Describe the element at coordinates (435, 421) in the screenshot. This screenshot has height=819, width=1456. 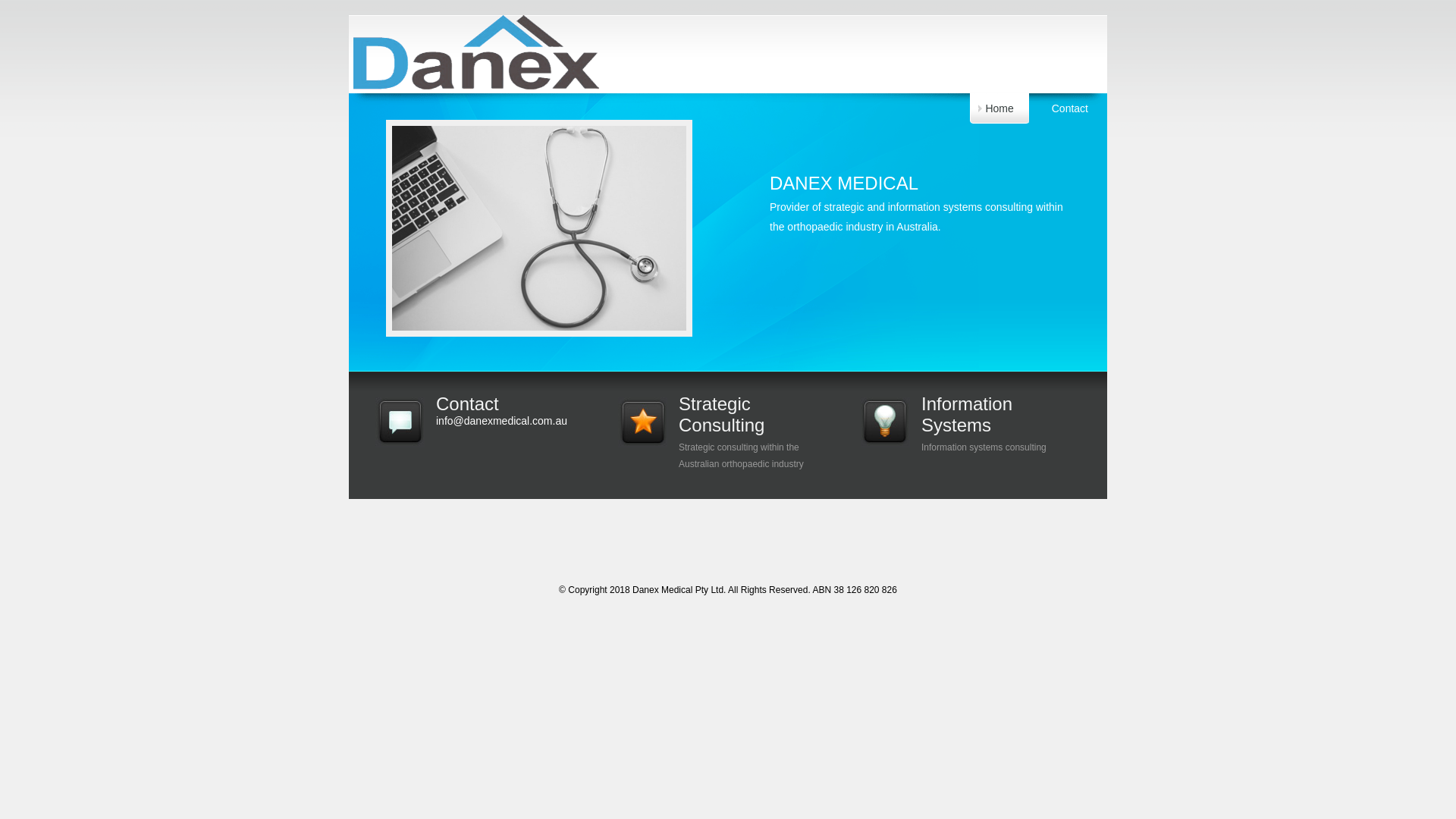
I see `'info@danexmedical.com.au'` at that location.